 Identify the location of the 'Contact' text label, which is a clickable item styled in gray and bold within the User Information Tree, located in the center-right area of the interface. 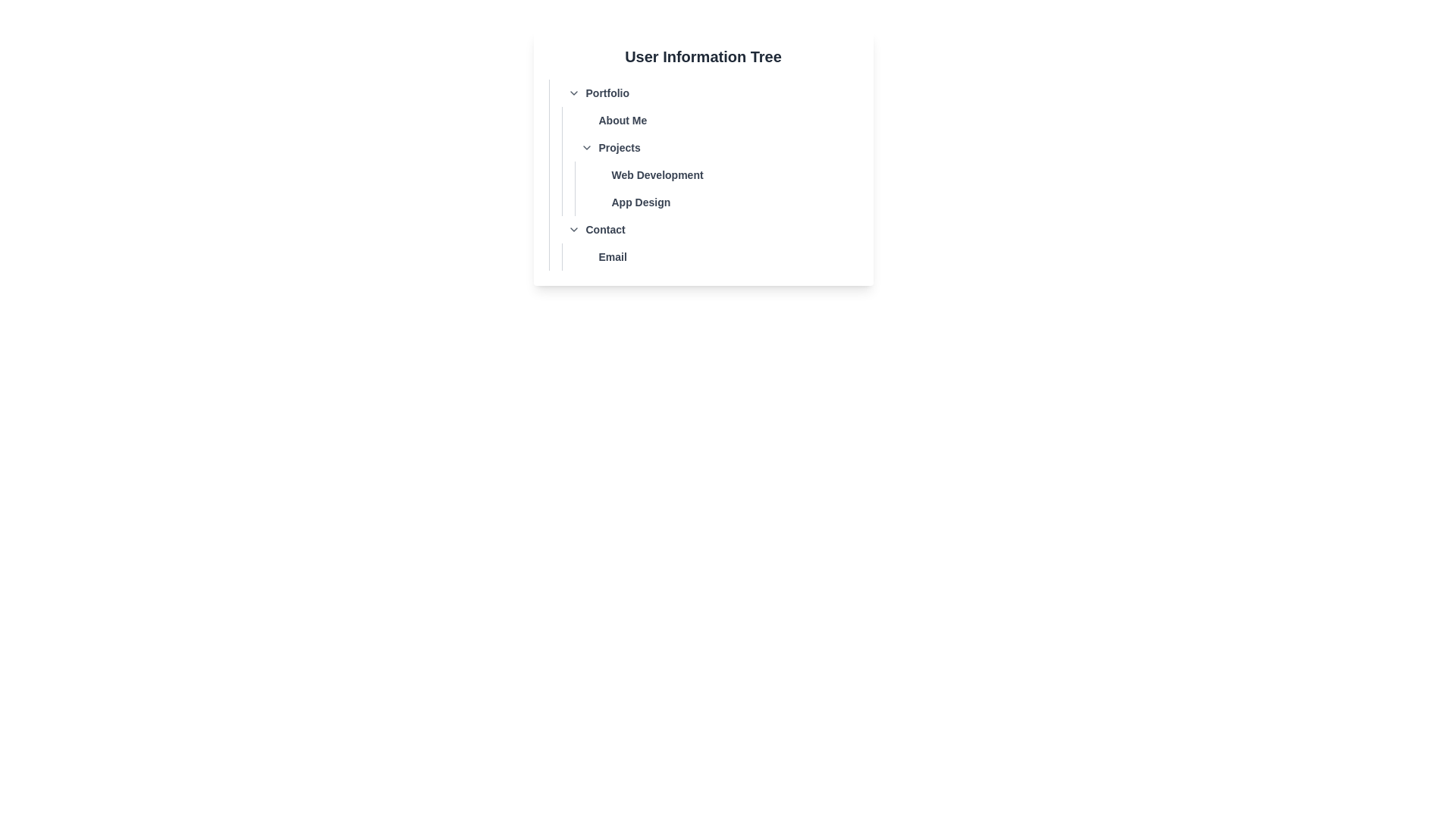
(604, 230).